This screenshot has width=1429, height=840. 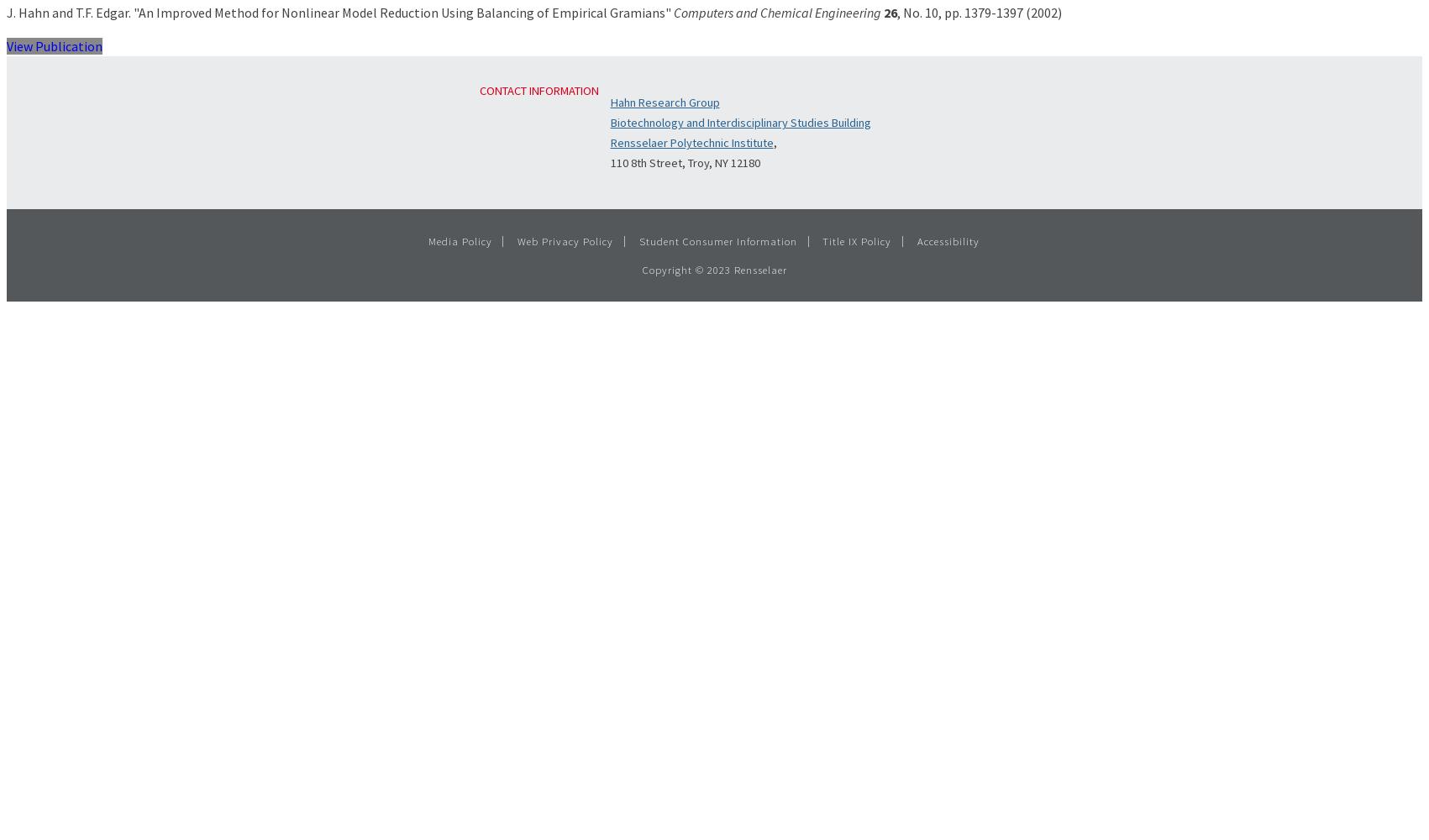 What do you see at coordinates (564, 240) in the screenshot?
I see `'Web Privacy Policy'` at bounding box center [564, 240].